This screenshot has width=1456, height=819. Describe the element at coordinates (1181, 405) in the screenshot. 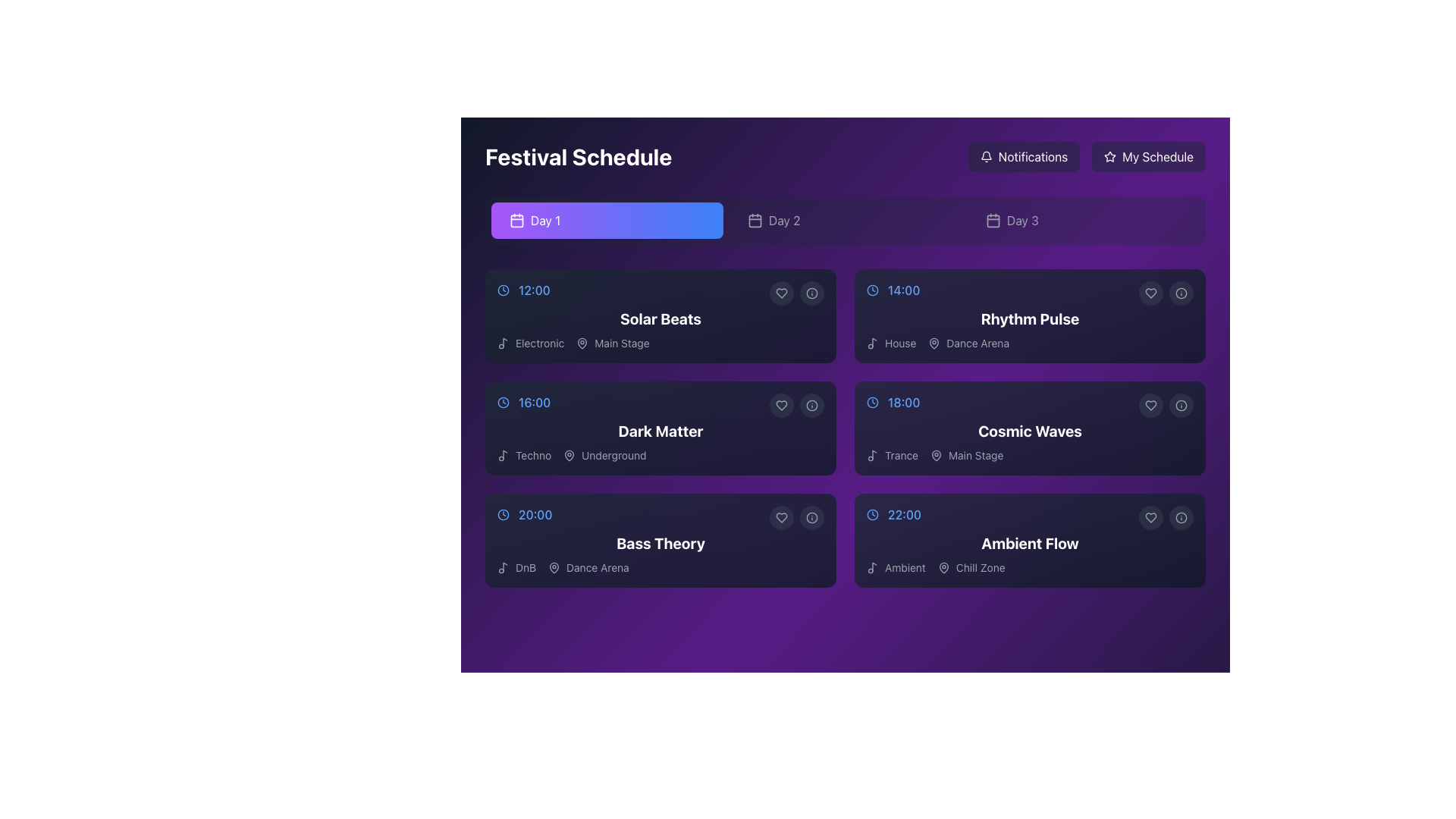

I see `the circular Info button icon, which provides additional details related to the 'Cosmic Waves' event` at that location.